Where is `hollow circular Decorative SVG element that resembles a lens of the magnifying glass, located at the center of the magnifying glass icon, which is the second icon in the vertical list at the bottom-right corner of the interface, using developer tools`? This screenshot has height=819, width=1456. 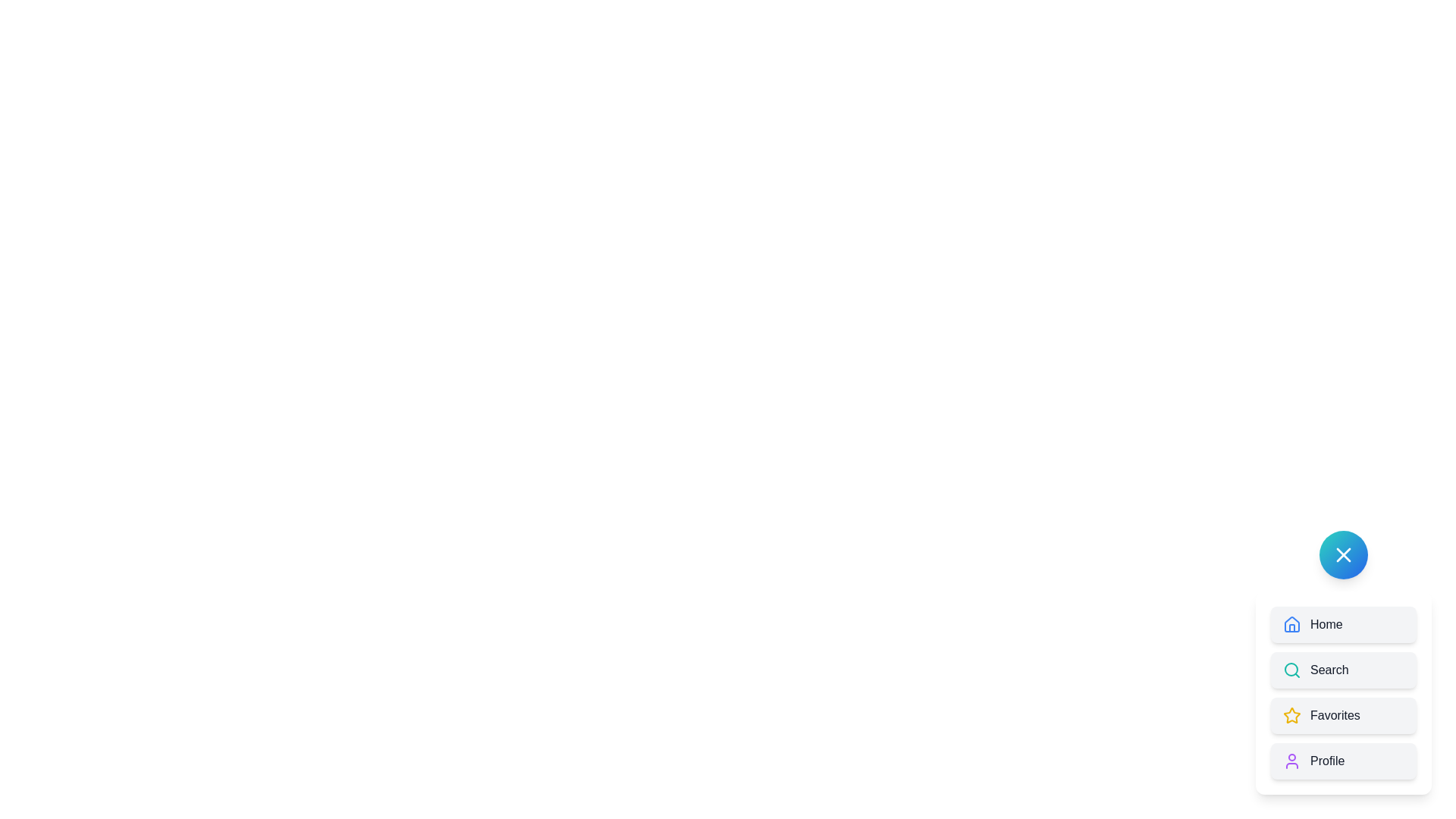 hollow circular Decorative SVG element that resembles a lens of the magnifying glass, located at the center of the magnifying glass icon, which is the second icon in the vertical list at the bottom-right corner of the interface, using developer tools is located at coordinates (1291, 669).